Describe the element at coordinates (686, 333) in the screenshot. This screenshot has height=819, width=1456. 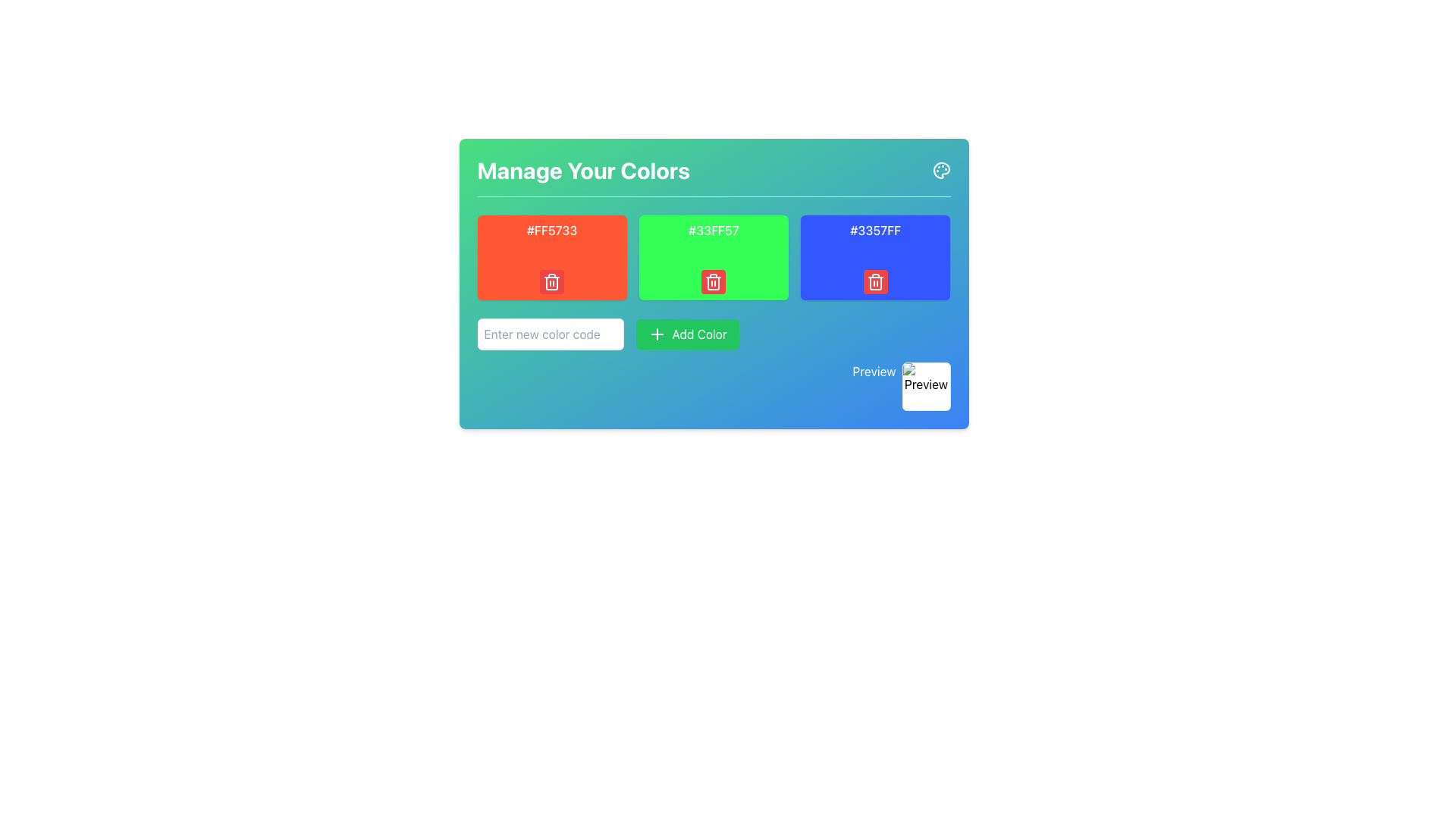
I see `the green button located to the right of the 'Enter new color code' text input field` at that location.